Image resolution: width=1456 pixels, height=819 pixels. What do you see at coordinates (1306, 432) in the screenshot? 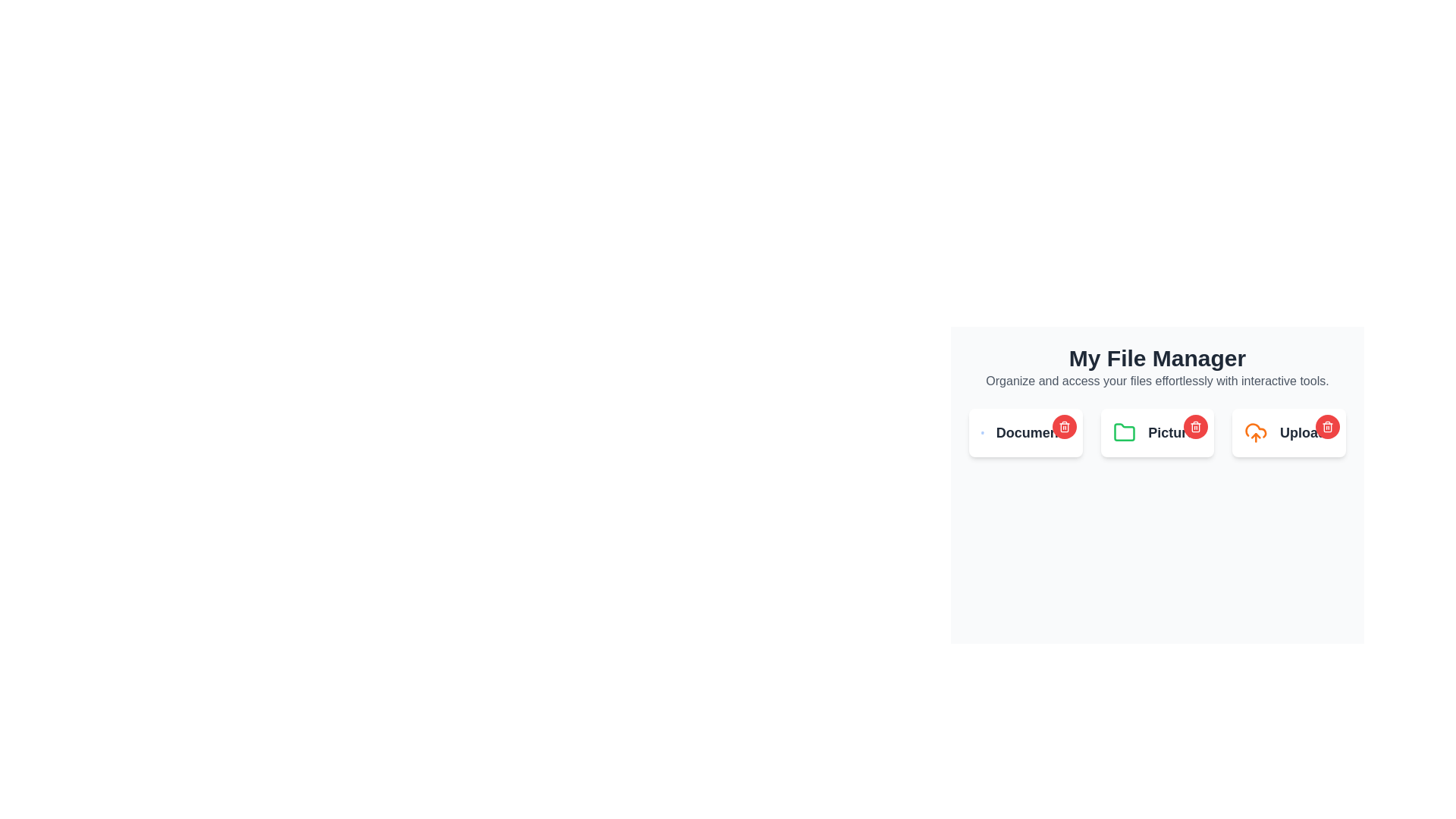
I see `the 'Uploads' text label that indicates the upload functionality by moving the cursor to its center point for reading` at bounding box center [1306, 432].